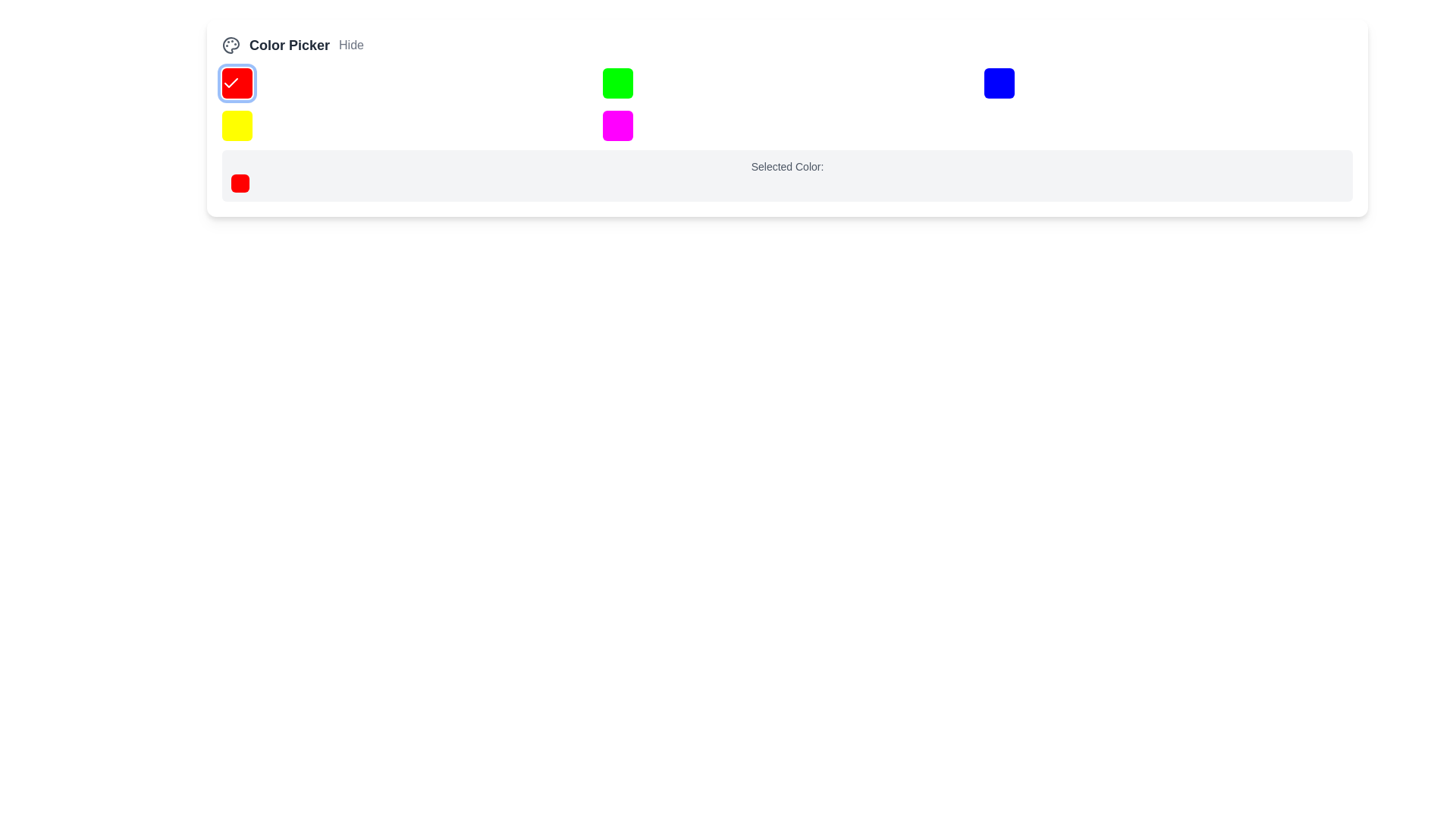  I want to click on the button located to the right of the 'Color Picker' label to hide the color picker interface, so click(350, 45).